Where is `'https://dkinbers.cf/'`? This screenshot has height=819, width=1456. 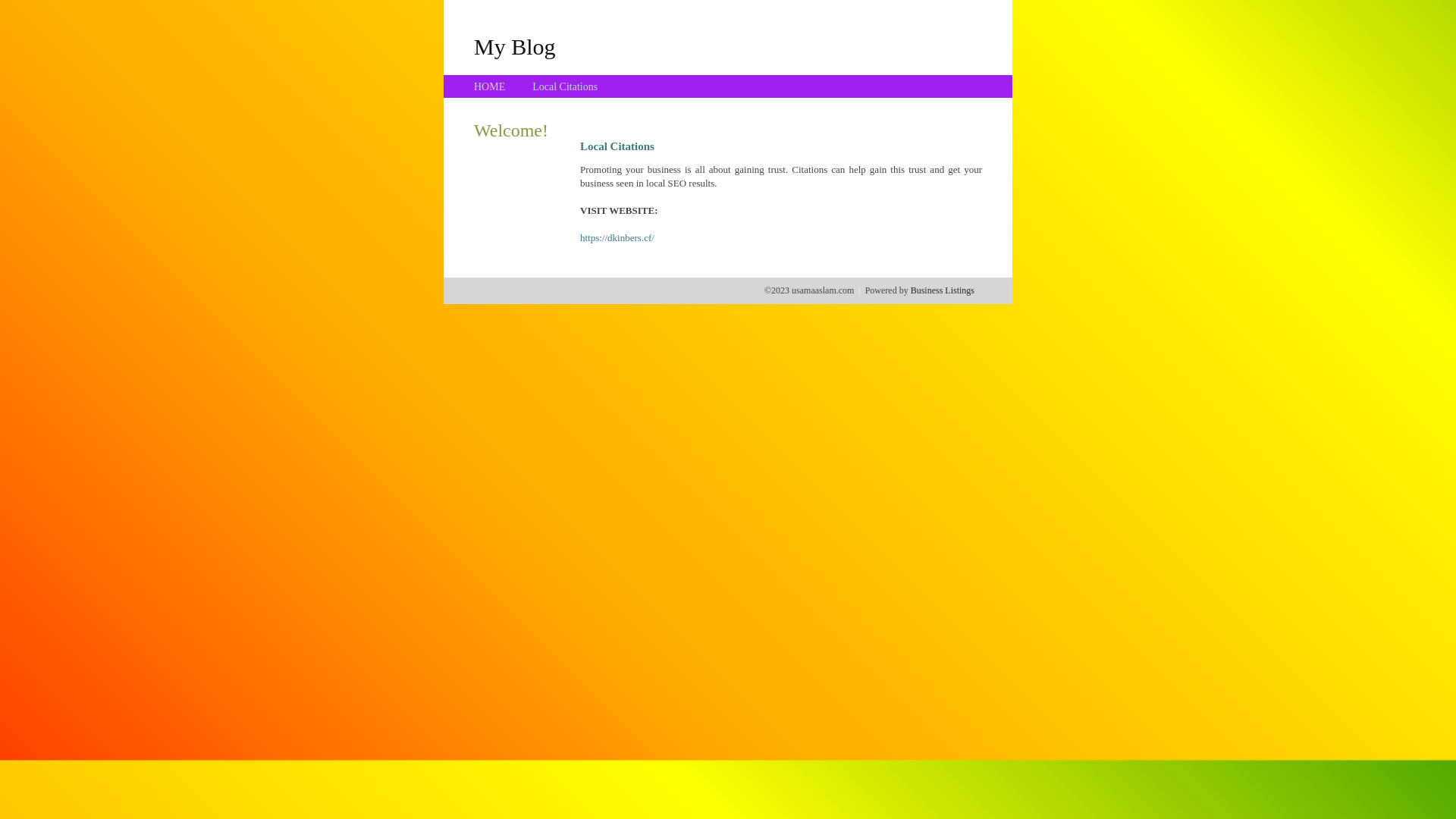
'https://dkinbers.cf/' is located at coordinates (617, 237).